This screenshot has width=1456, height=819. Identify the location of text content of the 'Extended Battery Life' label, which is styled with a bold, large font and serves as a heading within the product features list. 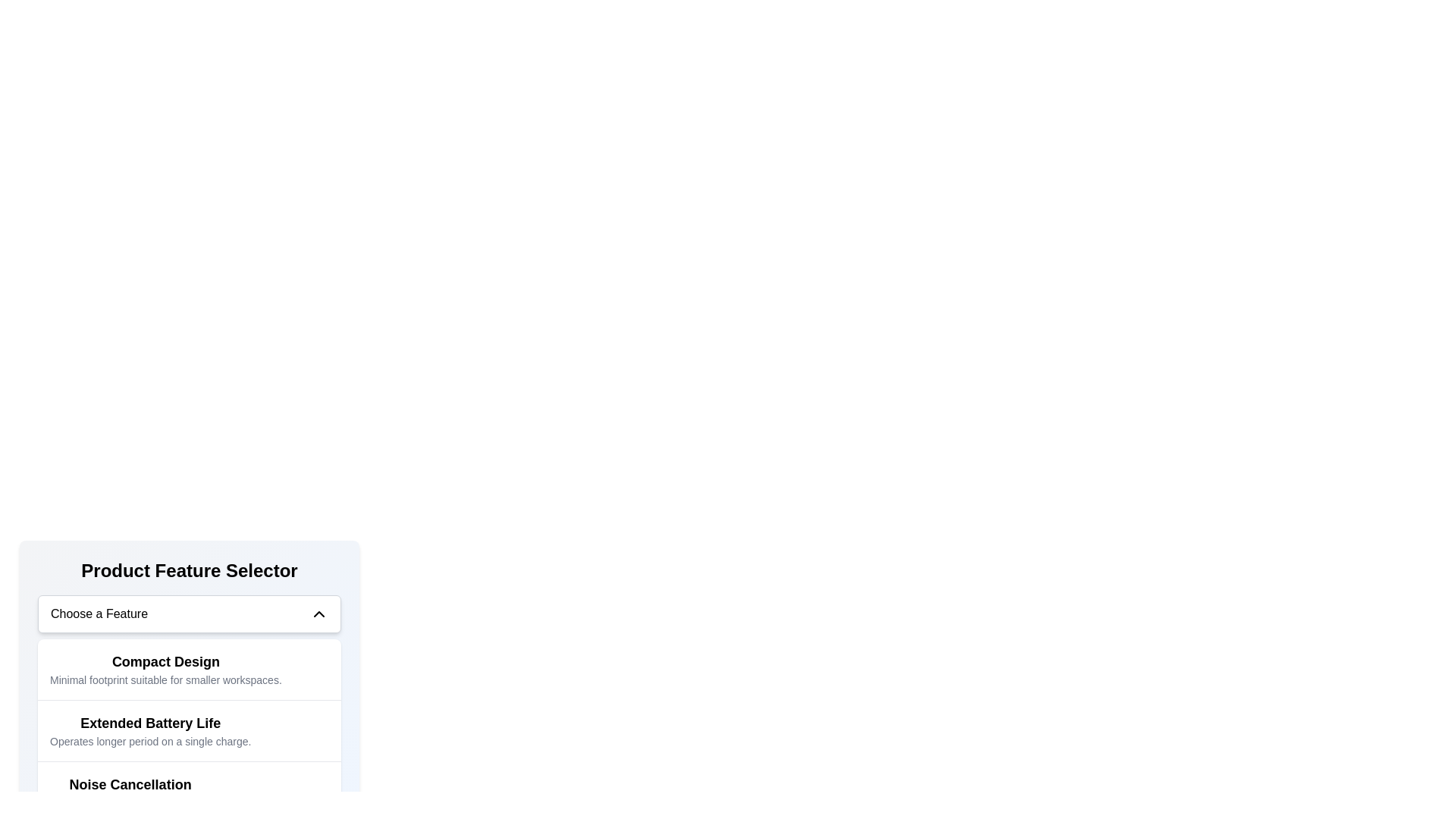
(150, 722).